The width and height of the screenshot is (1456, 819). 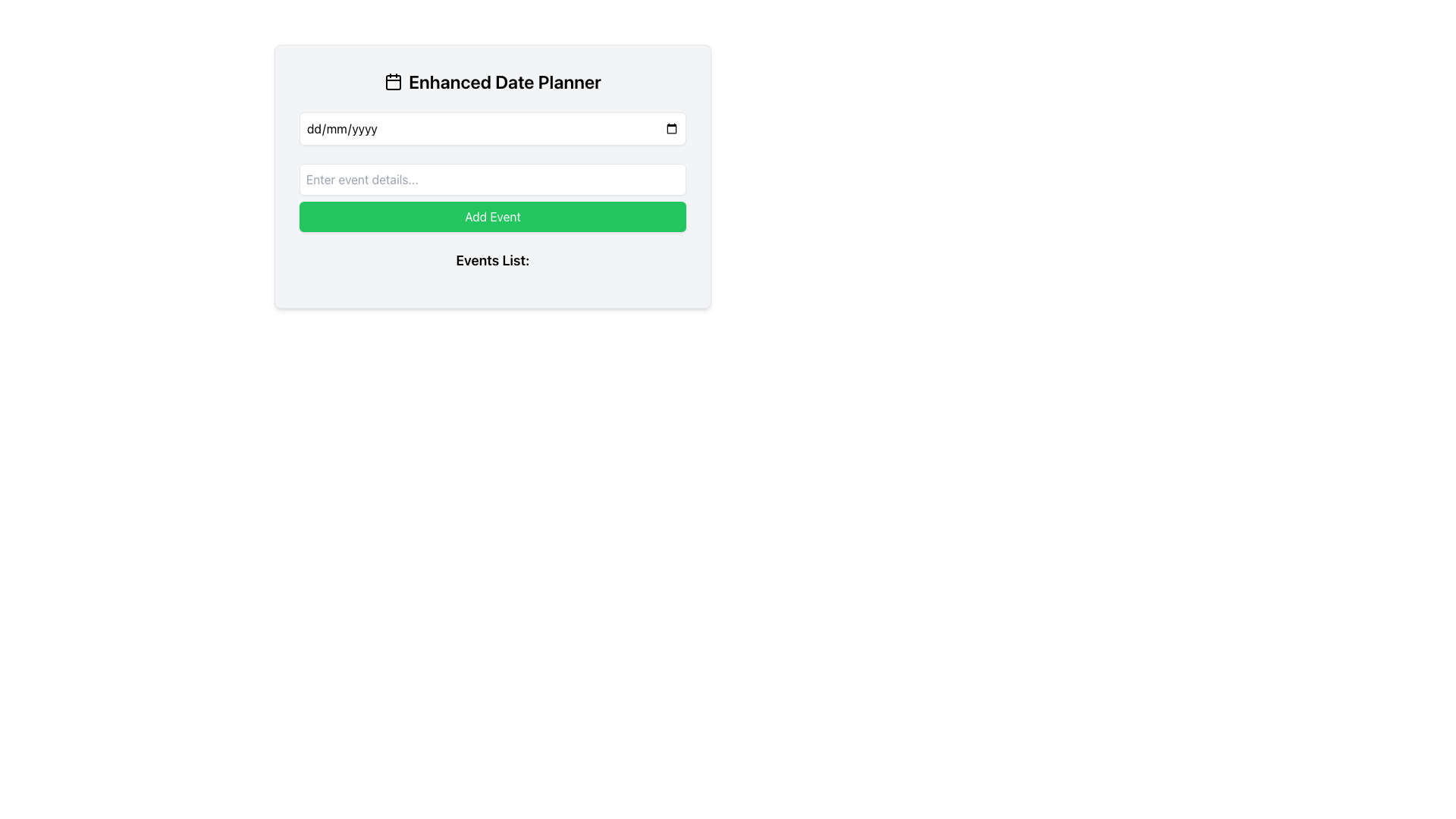 What do you see at coordinates (492, 216) in the screenshot?
I see `the 'Add Event' button located below the 'Enter event details...' input field` at bounding box center [492, 216].